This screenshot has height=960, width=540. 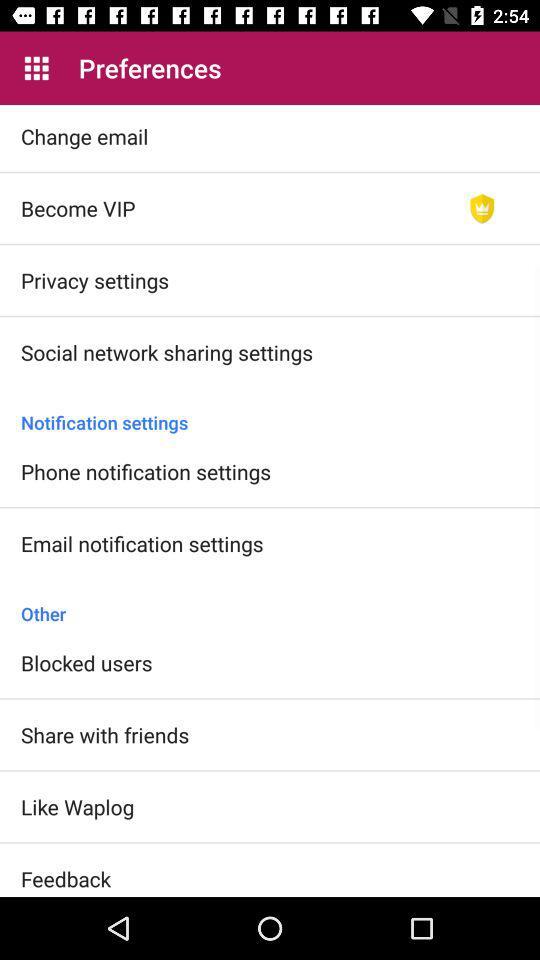 I want to click on icon above like waplog item, so click(x=105, y=733).